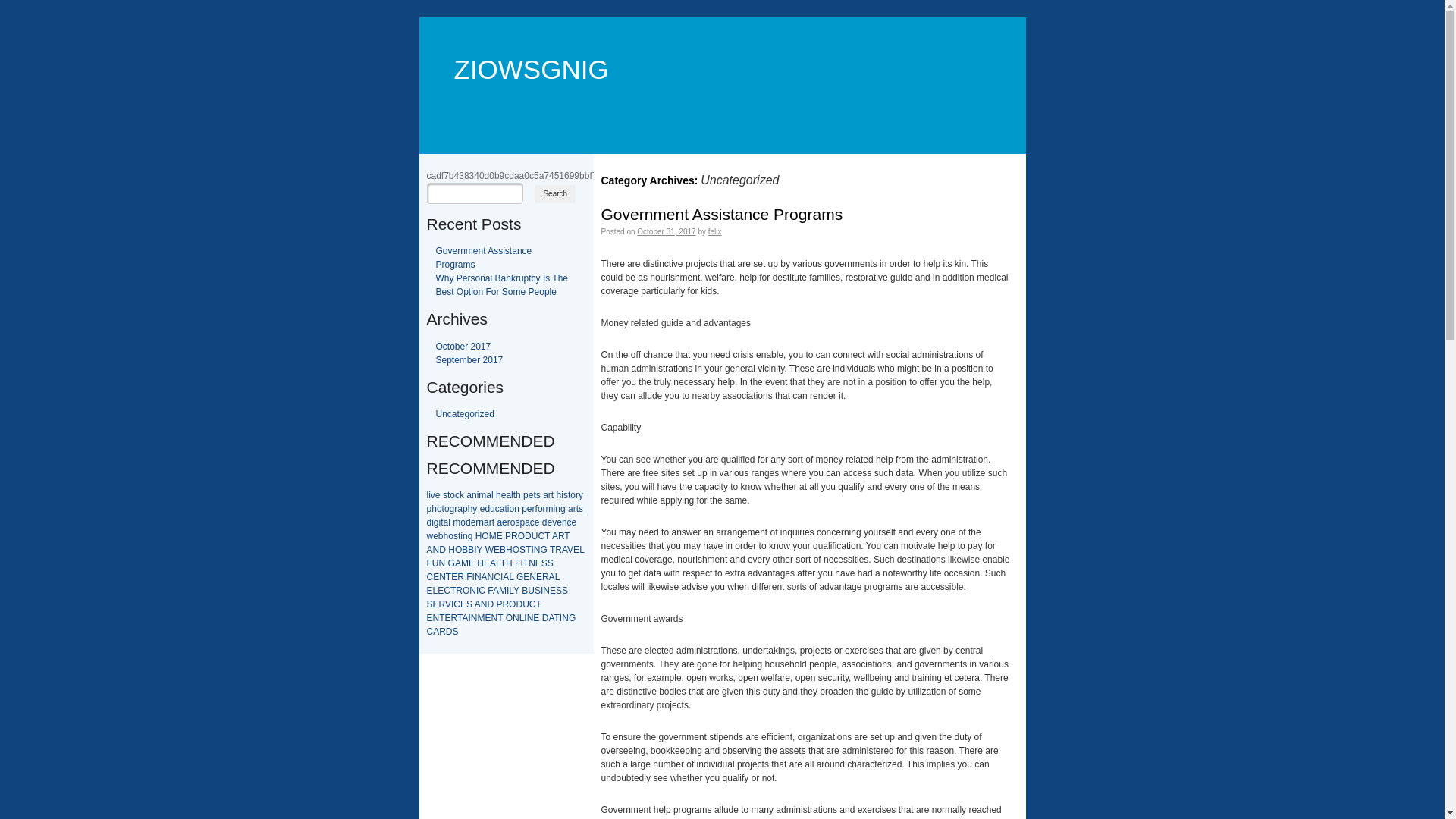 The width and height of the screenshot is (1456, 819). What do you see at coordinates (517, 563) in the screenshot?
I see `'F'` at bounding box center [517, 563].